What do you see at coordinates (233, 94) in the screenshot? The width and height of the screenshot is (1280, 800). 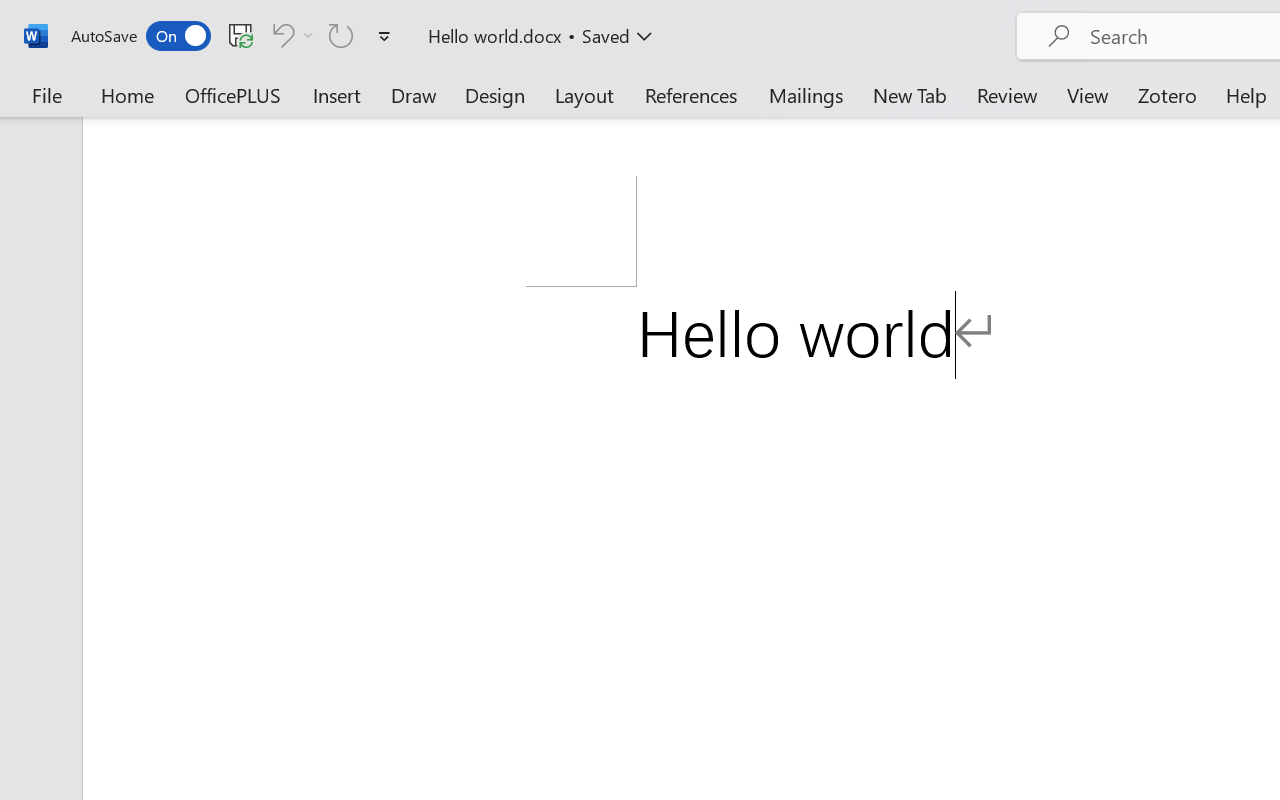 I see `'OfficePLUS'` at bounding box center [233, 94].